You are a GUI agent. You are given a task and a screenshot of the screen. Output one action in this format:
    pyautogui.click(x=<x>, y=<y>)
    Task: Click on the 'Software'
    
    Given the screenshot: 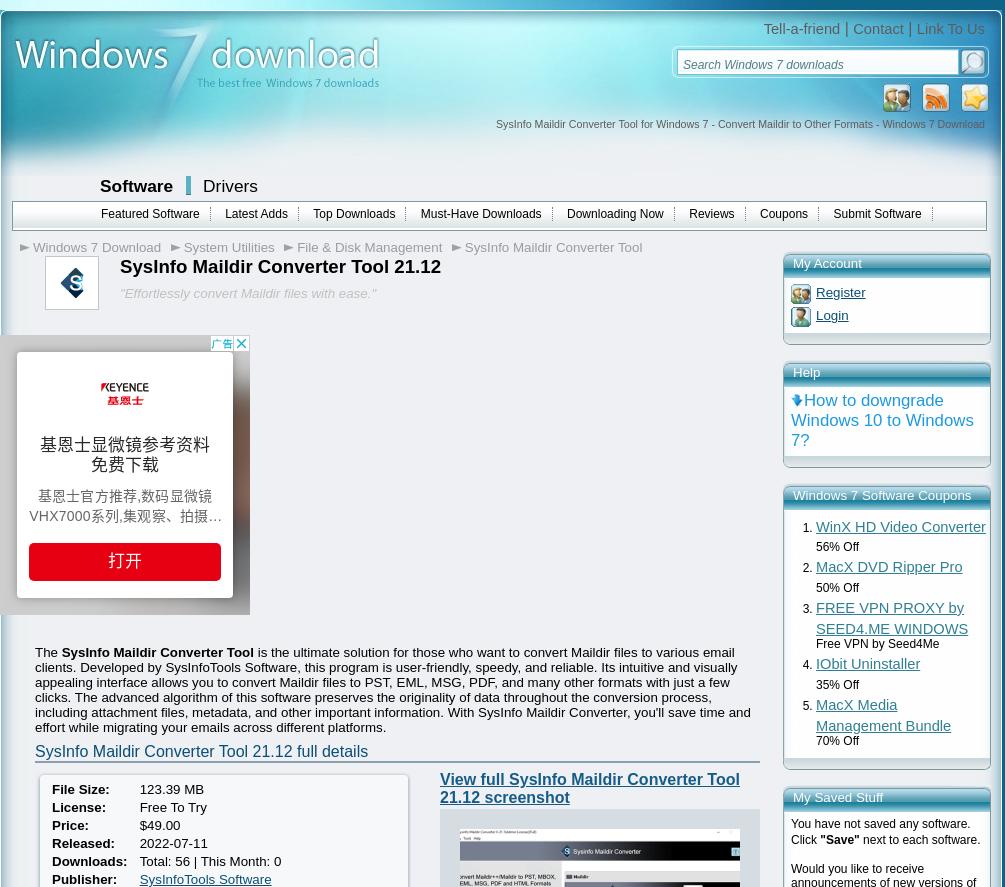 What is the action you would take?
    pyautogui.click(x=136, y=185)
    